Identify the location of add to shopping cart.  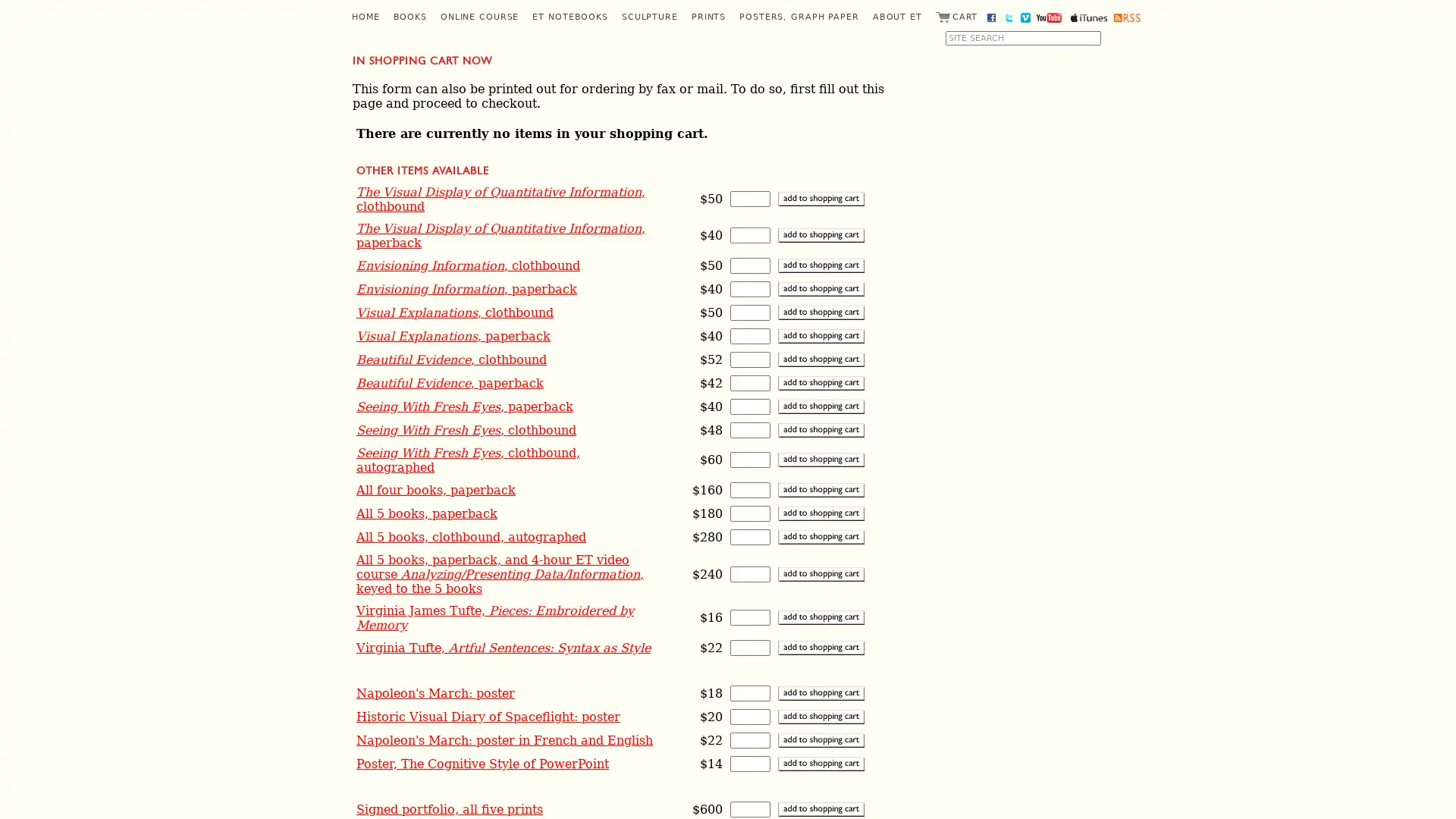
(821, 405).